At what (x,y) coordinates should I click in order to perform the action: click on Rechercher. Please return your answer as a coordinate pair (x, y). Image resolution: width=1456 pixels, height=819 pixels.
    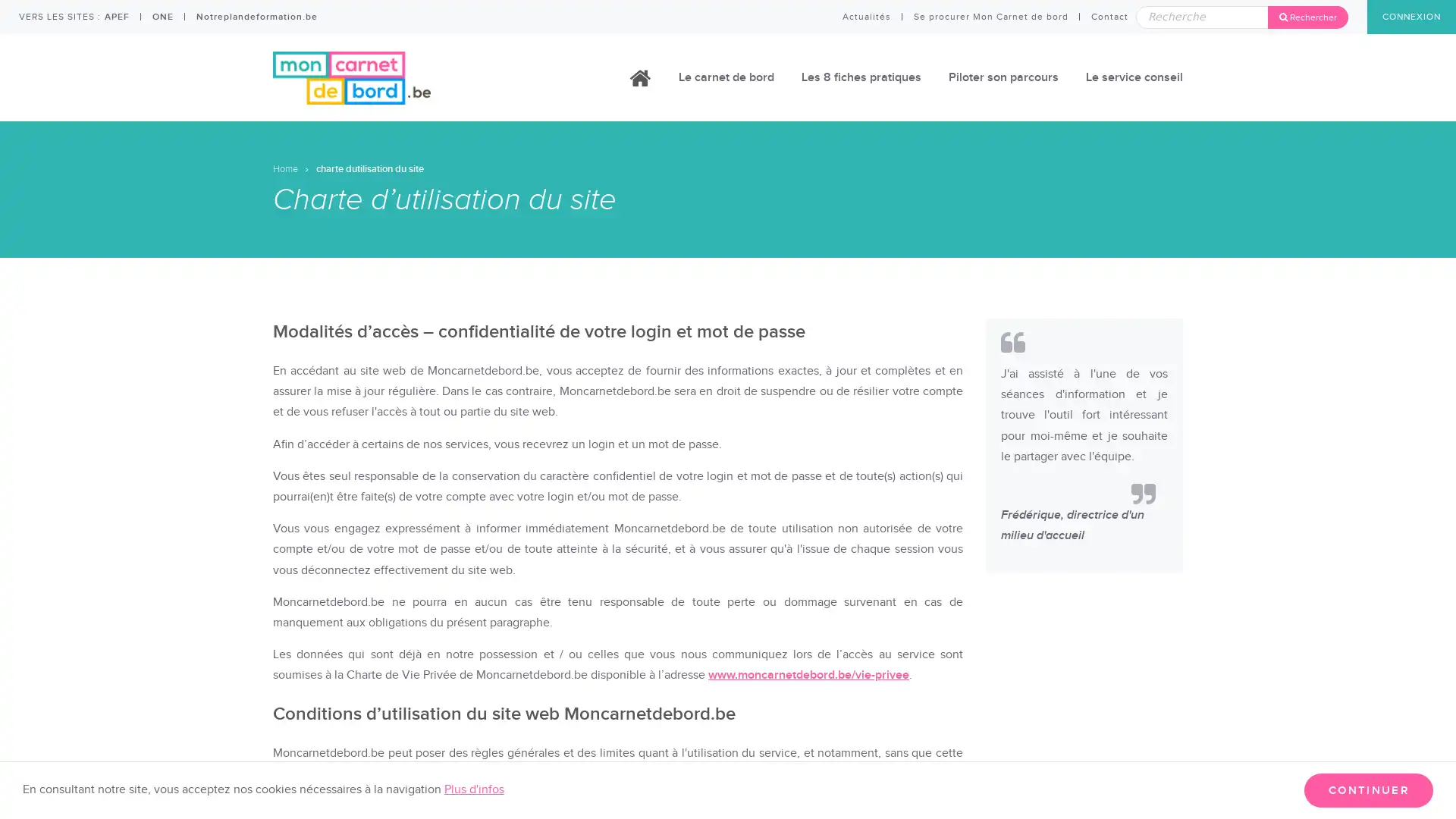
    Looking at the image, I should click on (1307, 17).